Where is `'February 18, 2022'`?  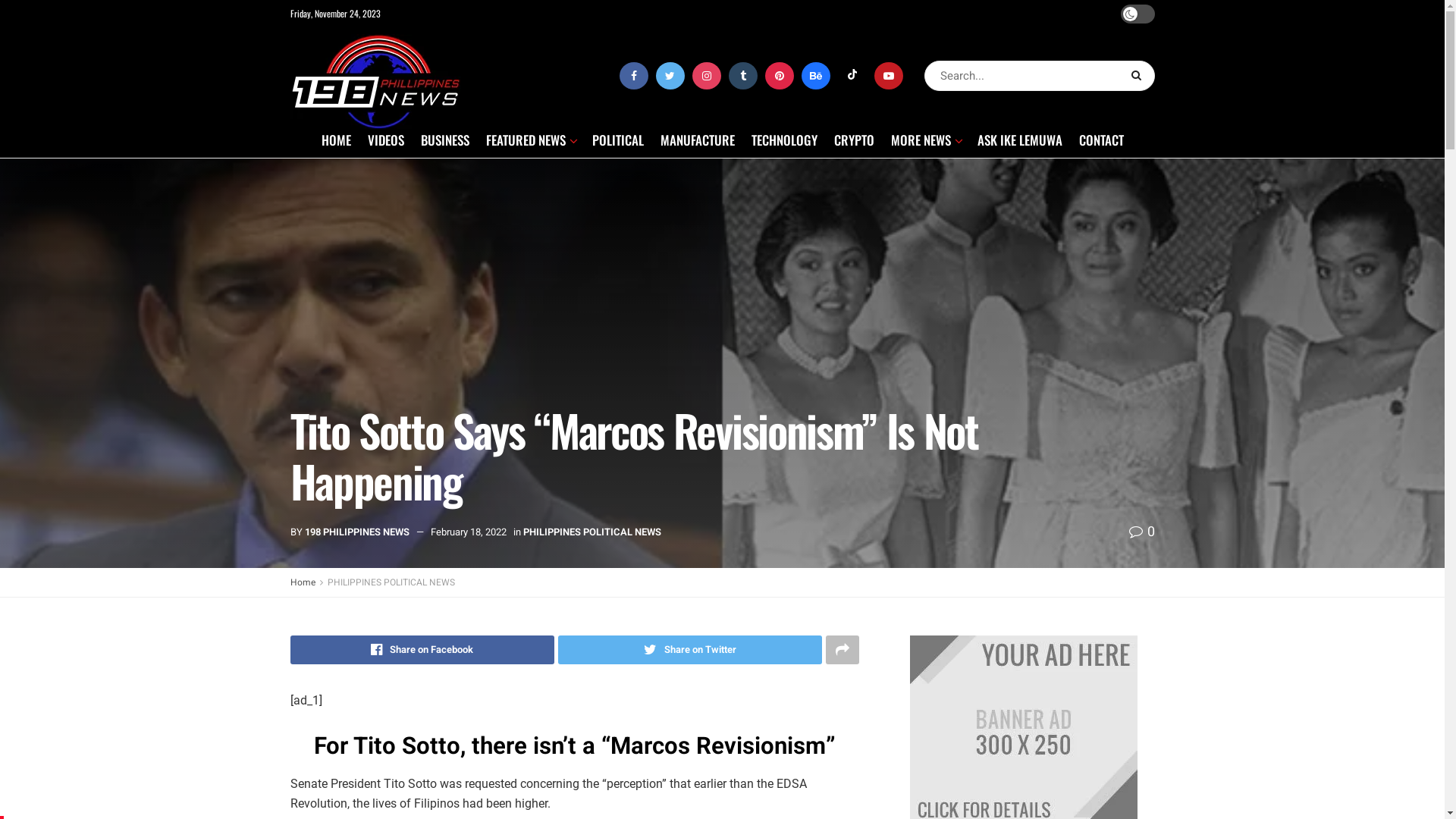
'February 18, 2022' is located at coordinates (468, 531).